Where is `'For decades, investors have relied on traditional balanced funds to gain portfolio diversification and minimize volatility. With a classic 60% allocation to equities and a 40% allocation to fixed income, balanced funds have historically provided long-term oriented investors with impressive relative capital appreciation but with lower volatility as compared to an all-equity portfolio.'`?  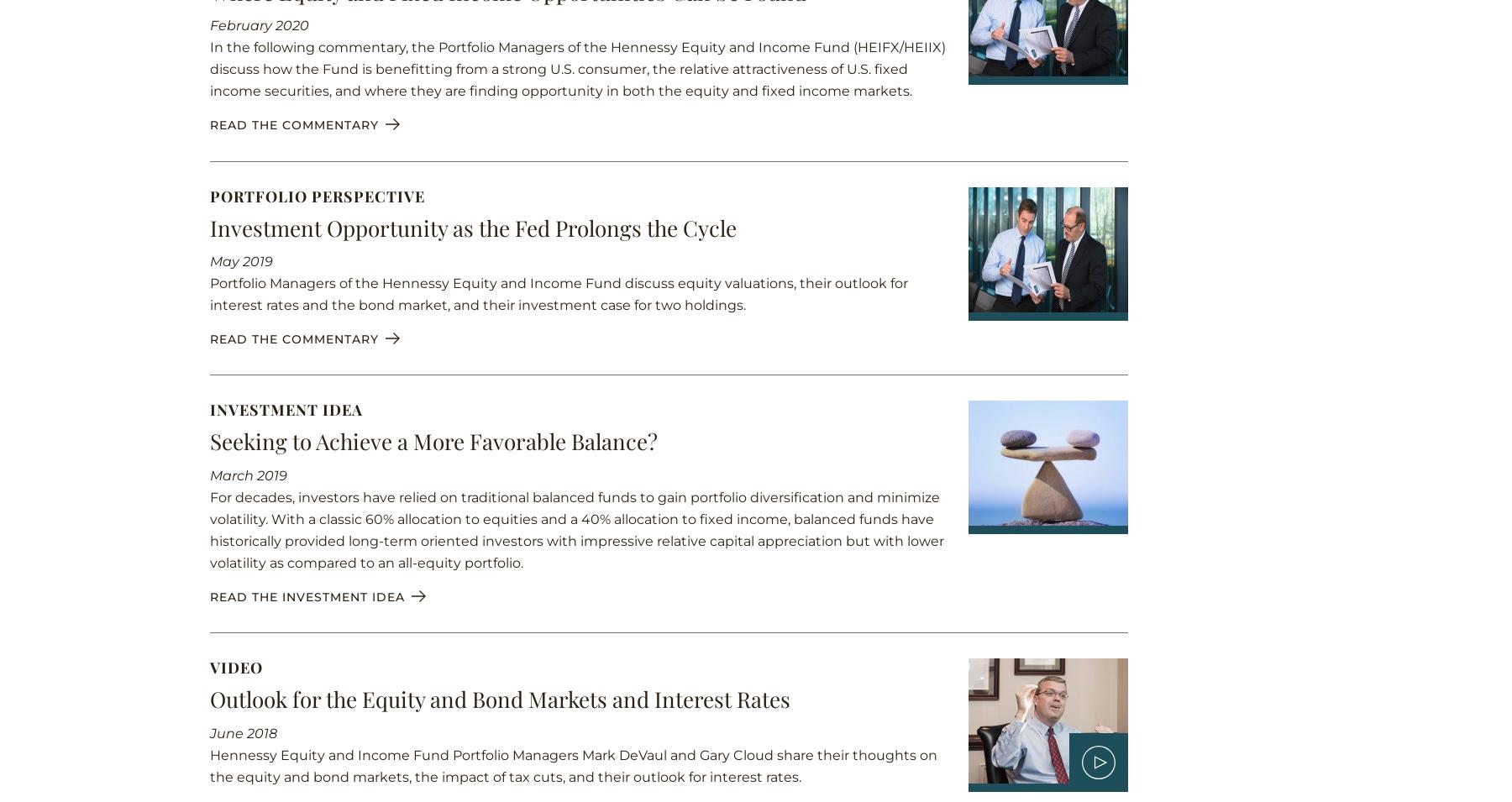 'For decades, investors have relied on traditional balanced funds to gain portfolio diversification and minimize volatility. With a classic 60% allocation to equities and a 40% allocation to fixed income, balanced funds have historically provided long-term oriented investors with impressive relative capital appreciation but with lower volatility as compared to an all-equity portfolio.' is located at coordinates (576, 530).